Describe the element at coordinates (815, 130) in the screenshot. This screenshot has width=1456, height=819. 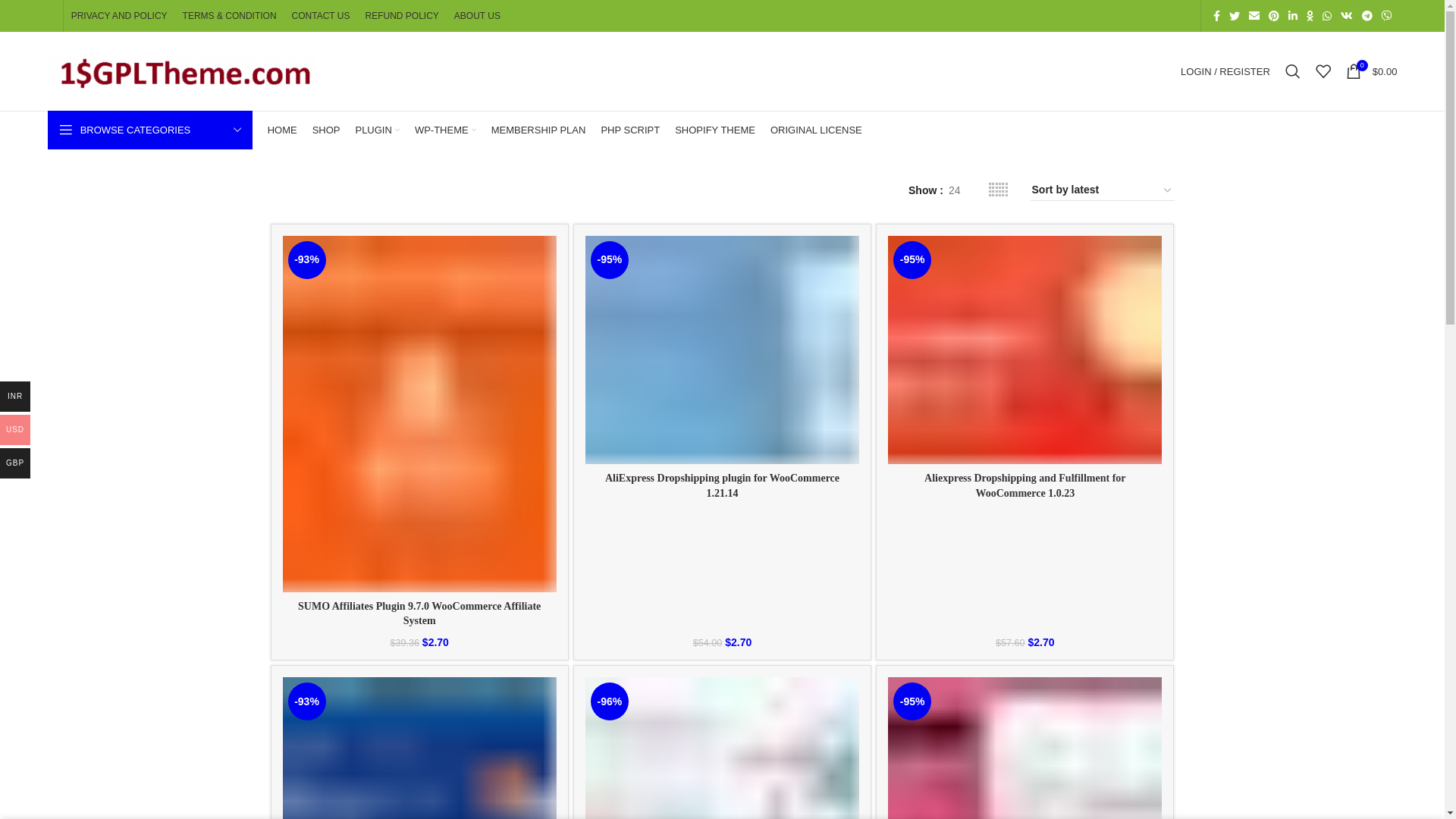
I see `'ORIGINAL LICENSE'` at that location.